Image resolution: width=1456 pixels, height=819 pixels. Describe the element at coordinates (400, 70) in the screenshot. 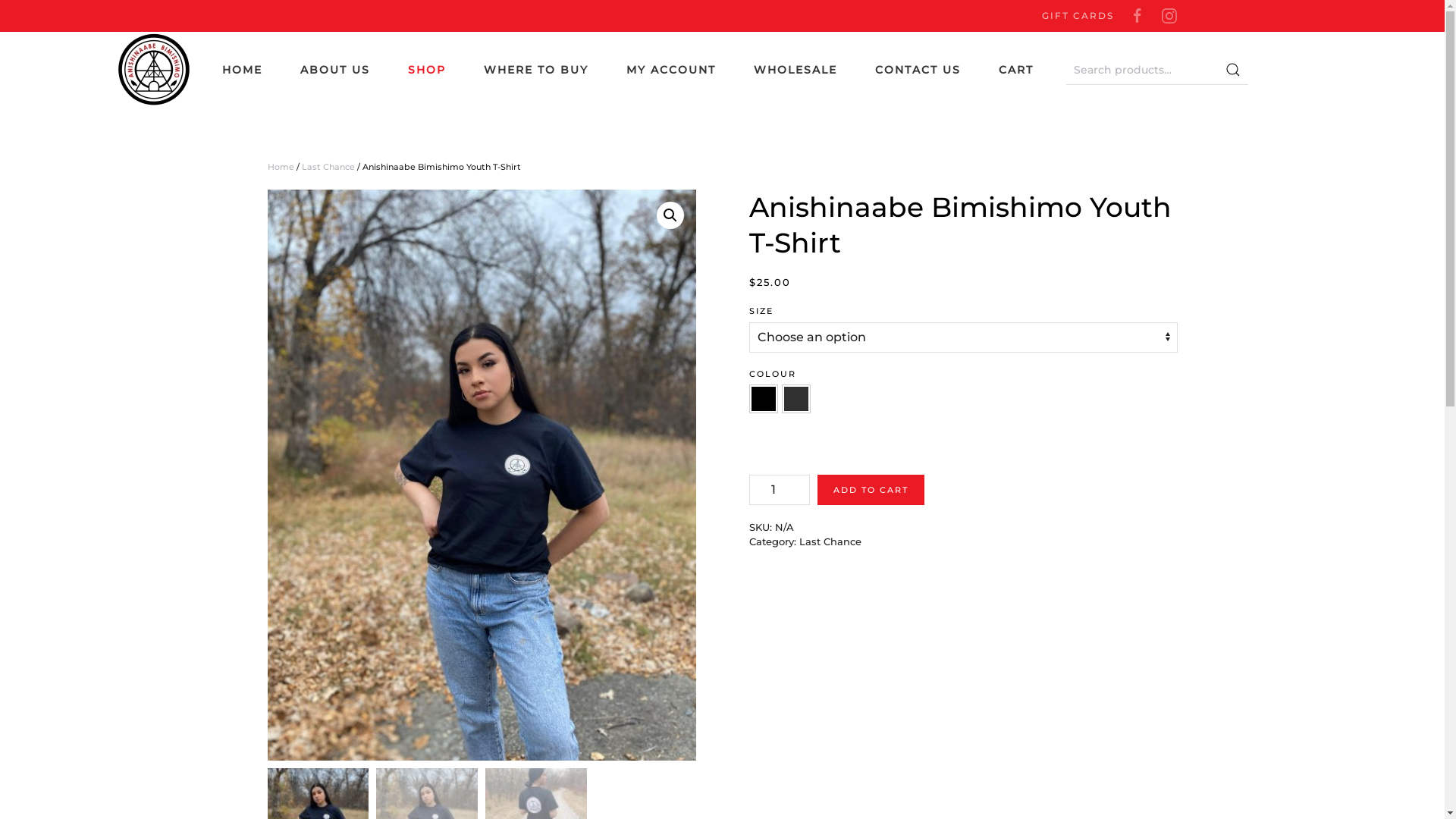

I see `'SHOP'` at that location.